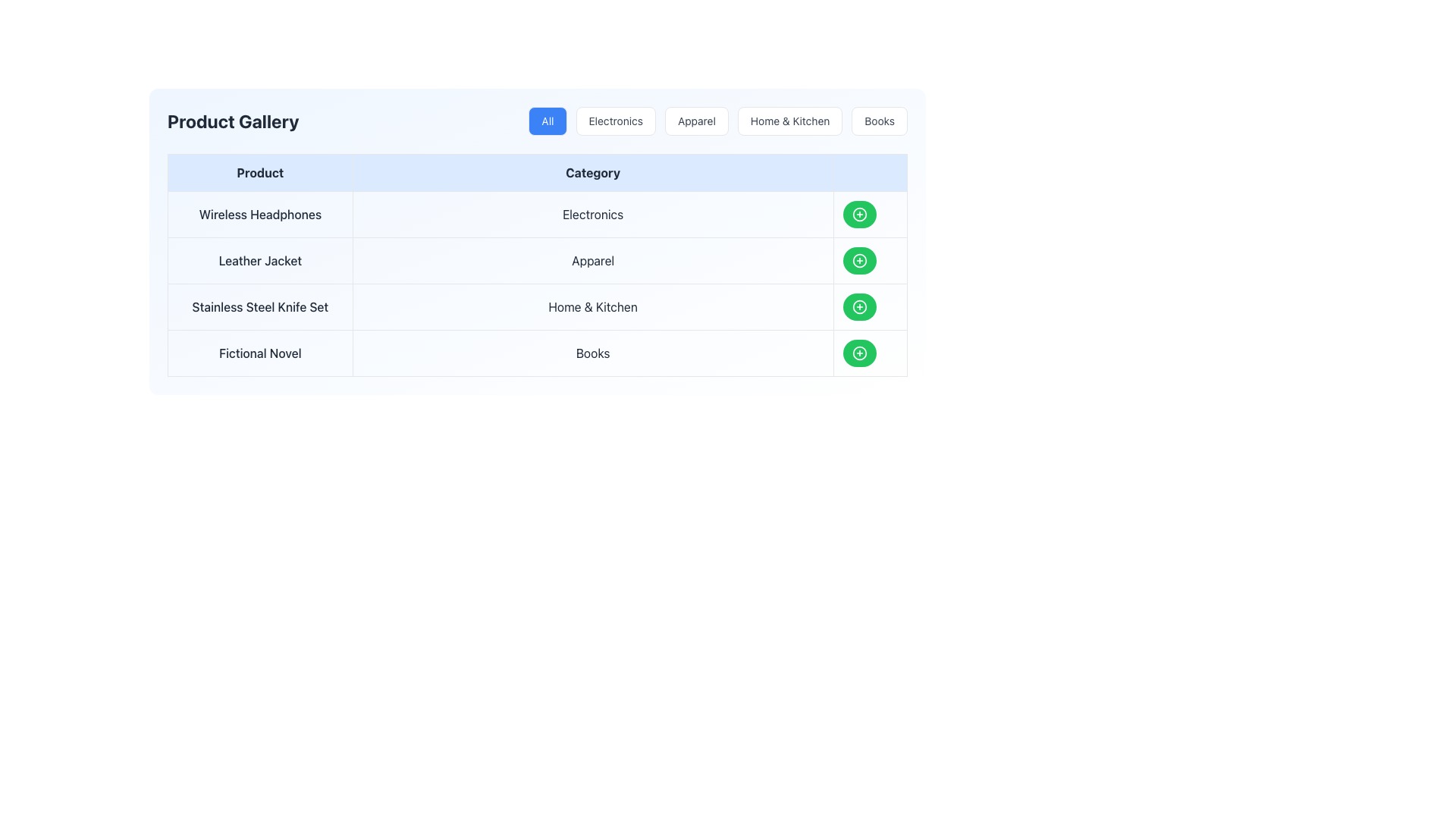 The width and height of the screenshot is (1456, 819). Describe the element at coordinates (538, 307) in the screenshot. I see `the textual block displaying product information located in the third row of the table, which spans two columns and is positioned between 'Leather JacketApparel' and 'Fictional NovelBooks'` at that location.